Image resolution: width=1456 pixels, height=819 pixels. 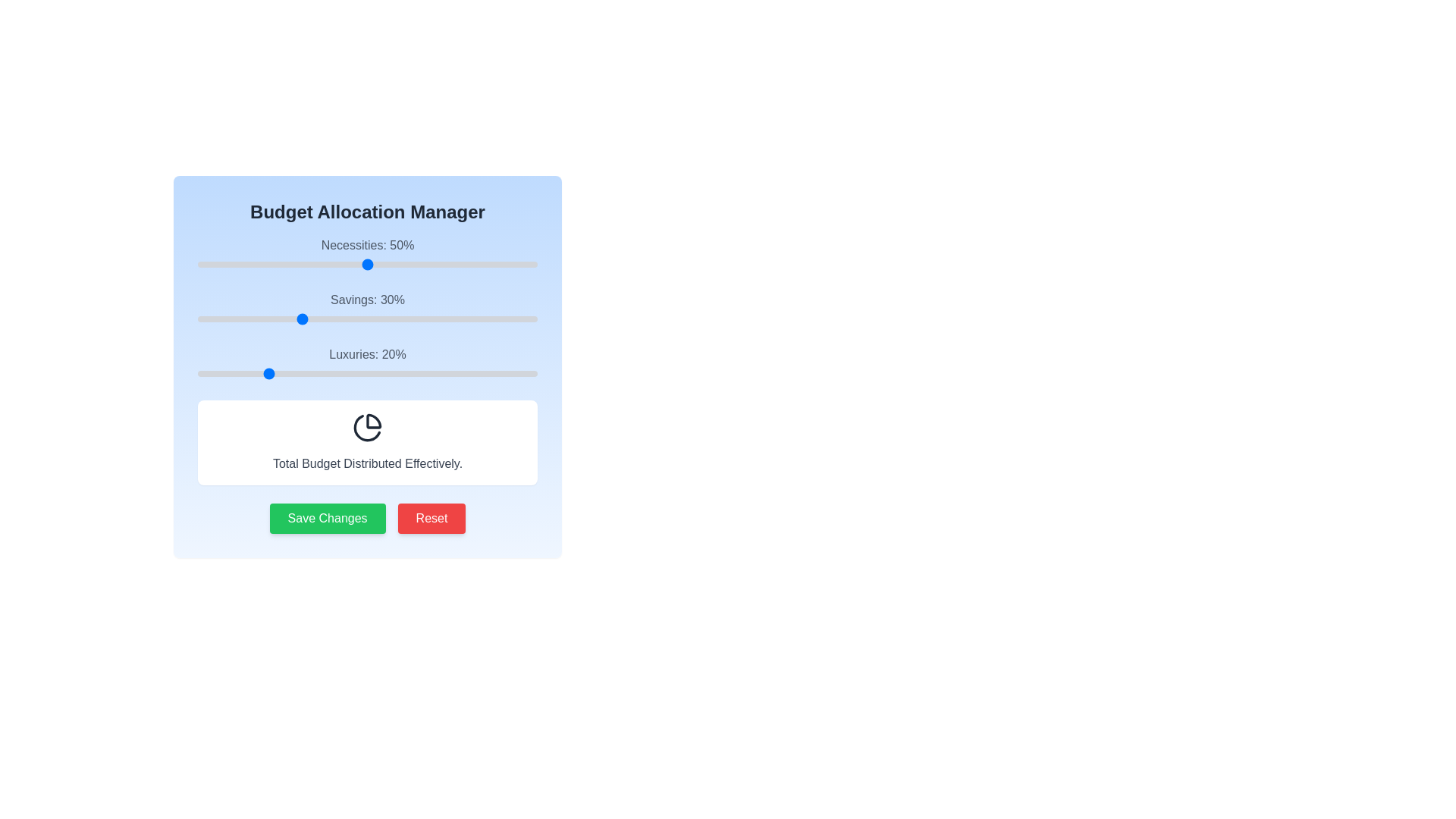 What do you see at coordinates (227, 318) in the screenshot?
I see `the savings percentage` at bounding box center [227, 318].